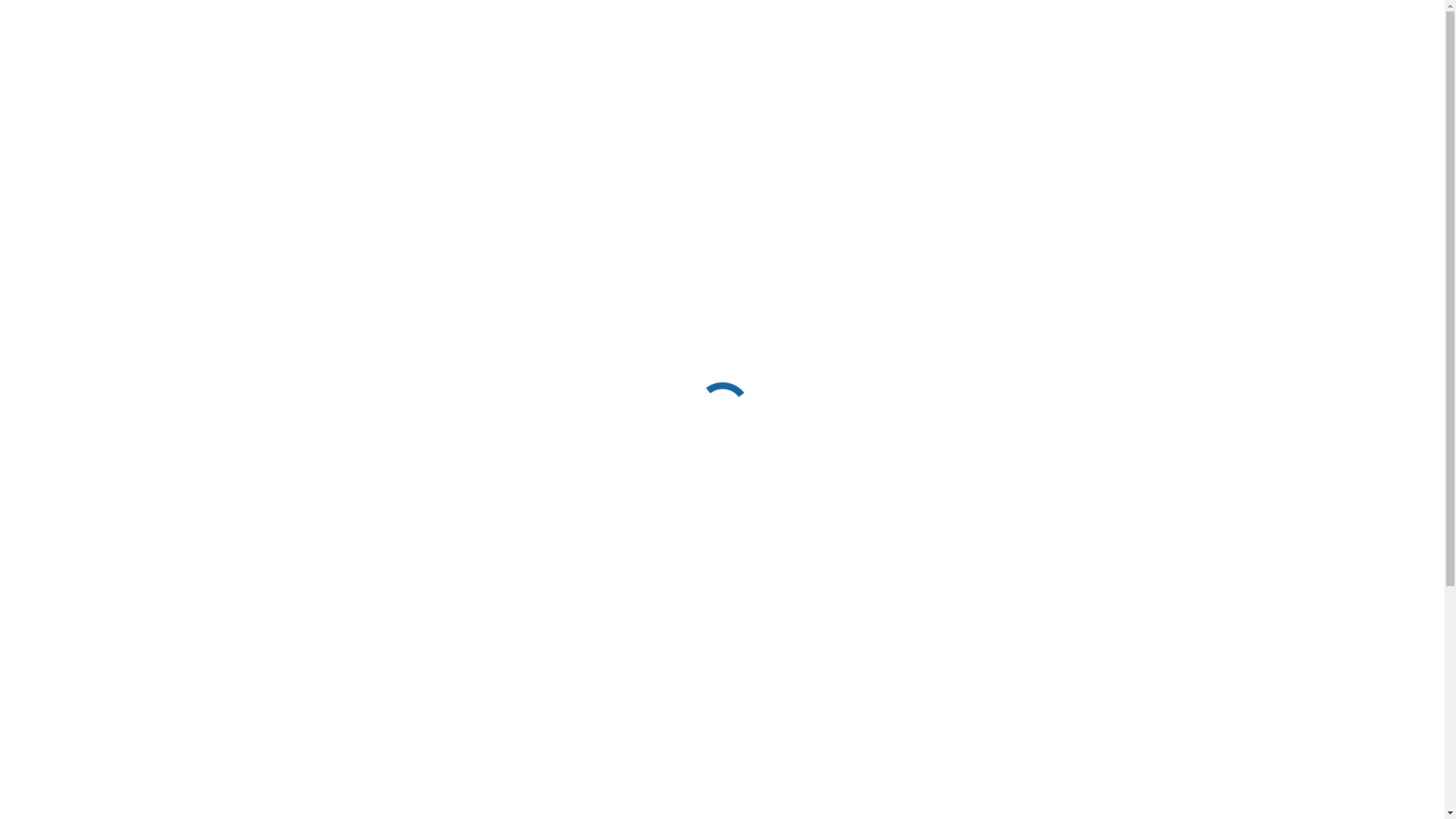 This screenshot has height=819, width=1456. What do you see at coordinates (1117, 63) in the screenshot?
I see `'Contact'` at bounding box center [1117, 63].